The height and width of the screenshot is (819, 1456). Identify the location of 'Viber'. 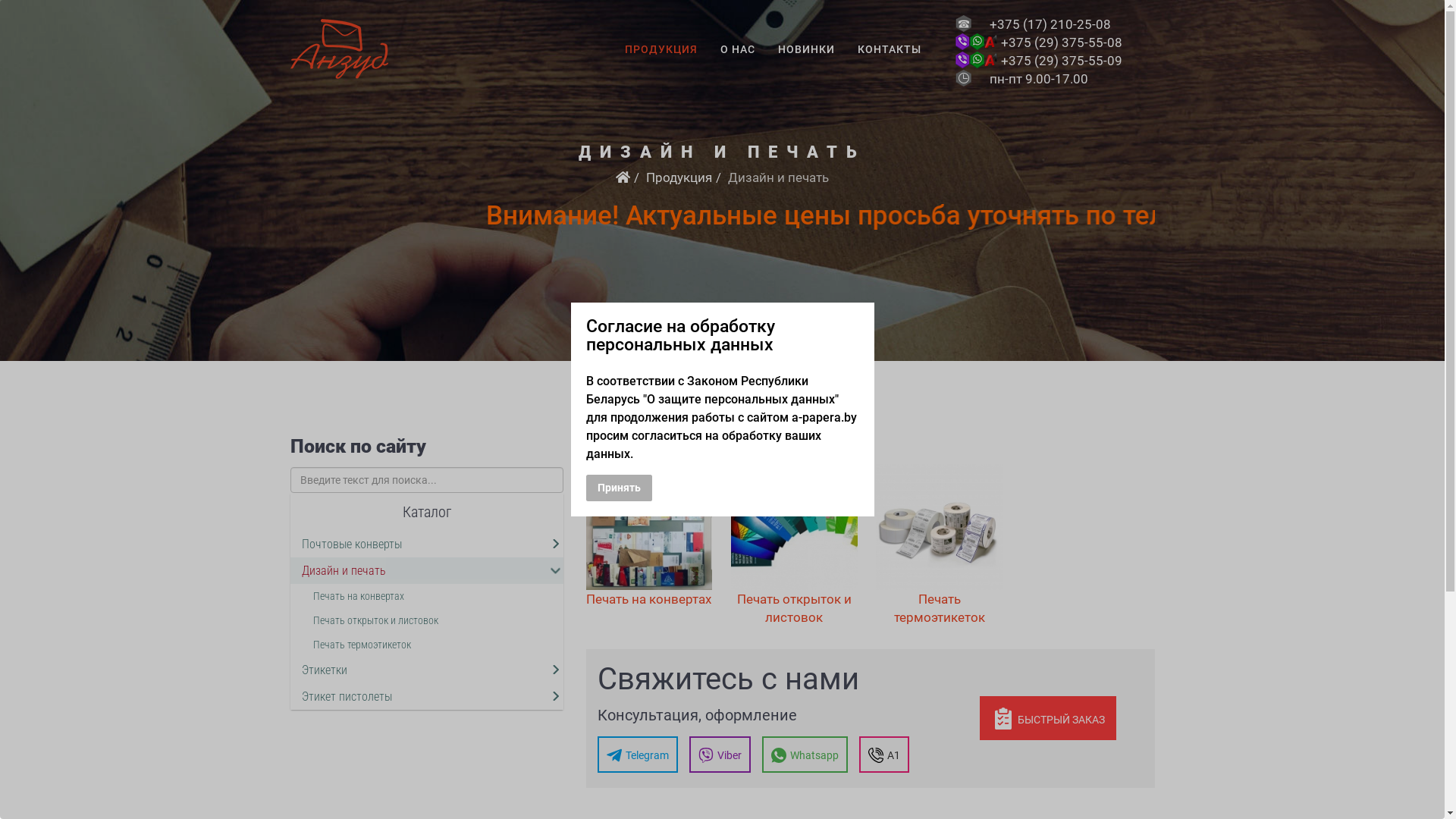
(718, 754).